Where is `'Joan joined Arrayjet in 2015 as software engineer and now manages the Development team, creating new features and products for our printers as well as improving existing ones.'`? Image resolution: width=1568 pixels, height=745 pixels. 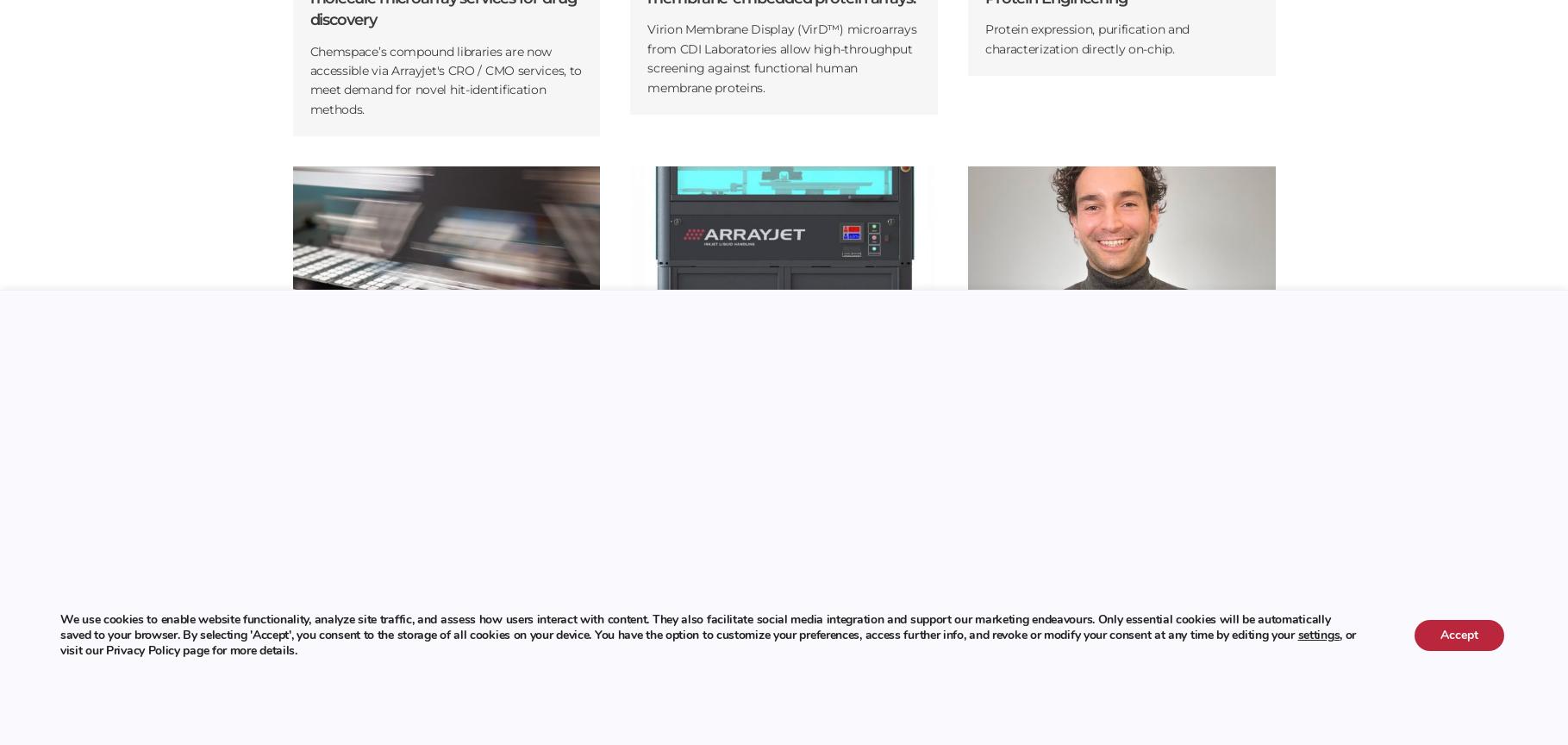
'Joan joined Arrayjet in 2015 as software engineer and now manages the Development team, creating new features and products for our printers as well as improving existing ones.' is located at coordinates (1116, 485).